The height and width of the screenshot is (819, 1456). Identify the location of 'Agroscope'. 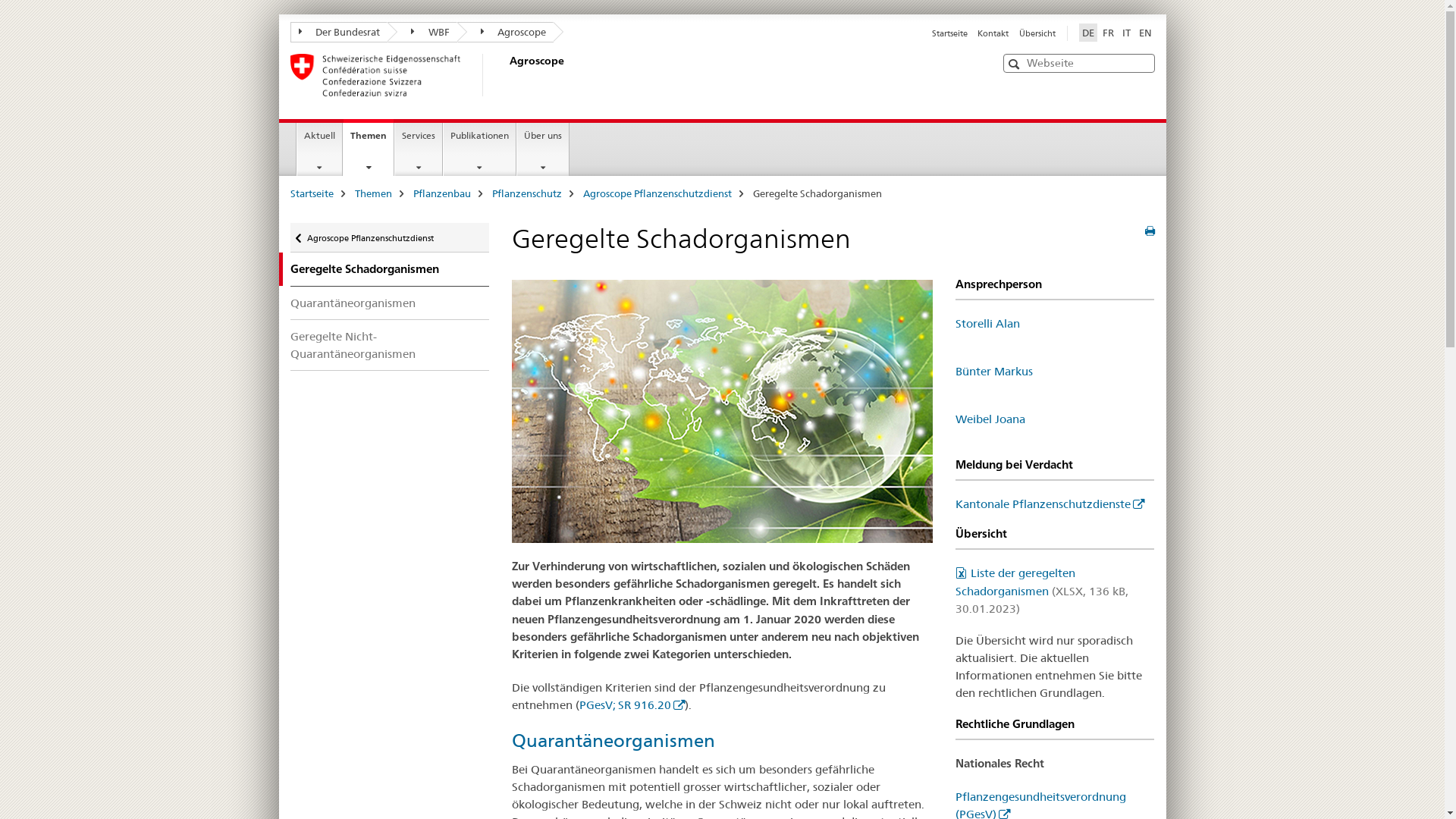
(505, 32).